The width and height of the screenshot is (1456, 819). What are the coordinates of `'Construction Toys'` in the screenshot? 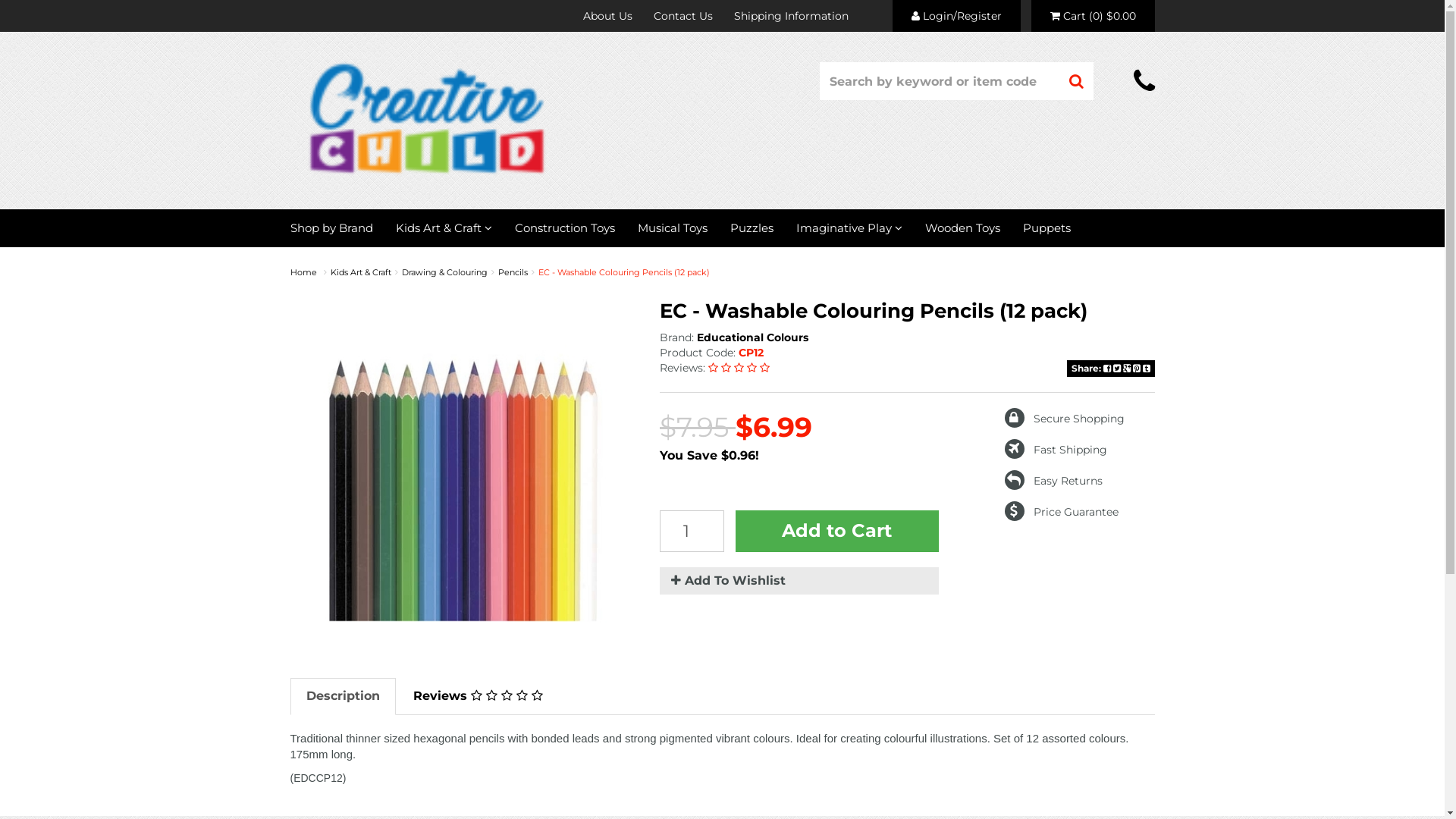 It's located at (563, 227).